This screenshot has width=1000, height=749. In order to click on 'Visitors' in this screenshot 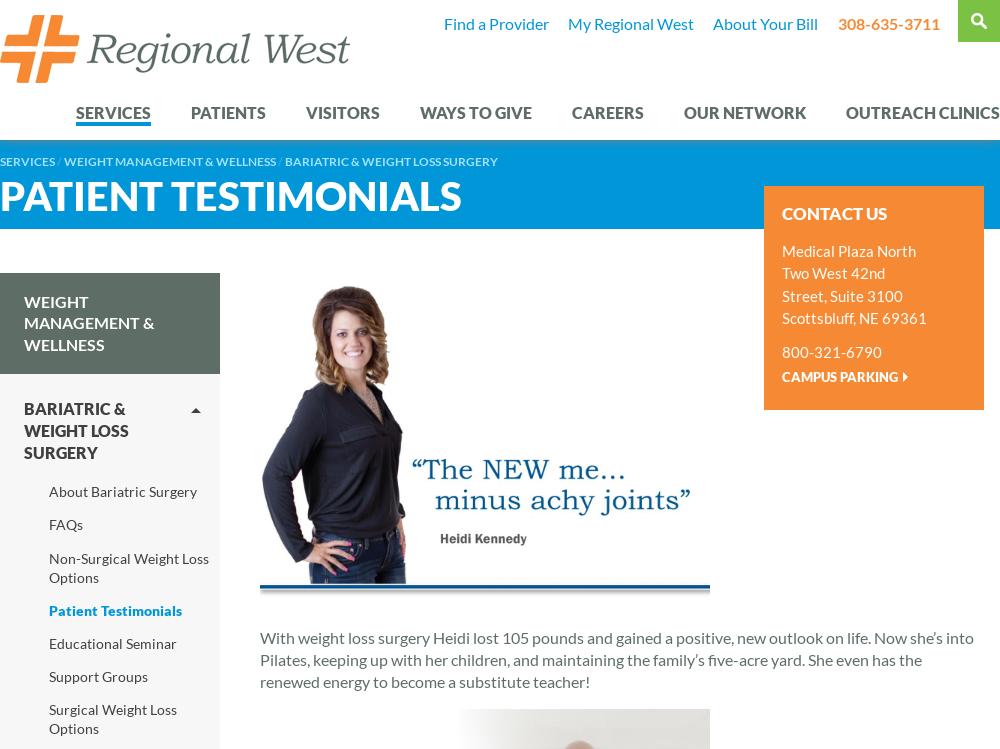, I will do `click(342, 111)`.